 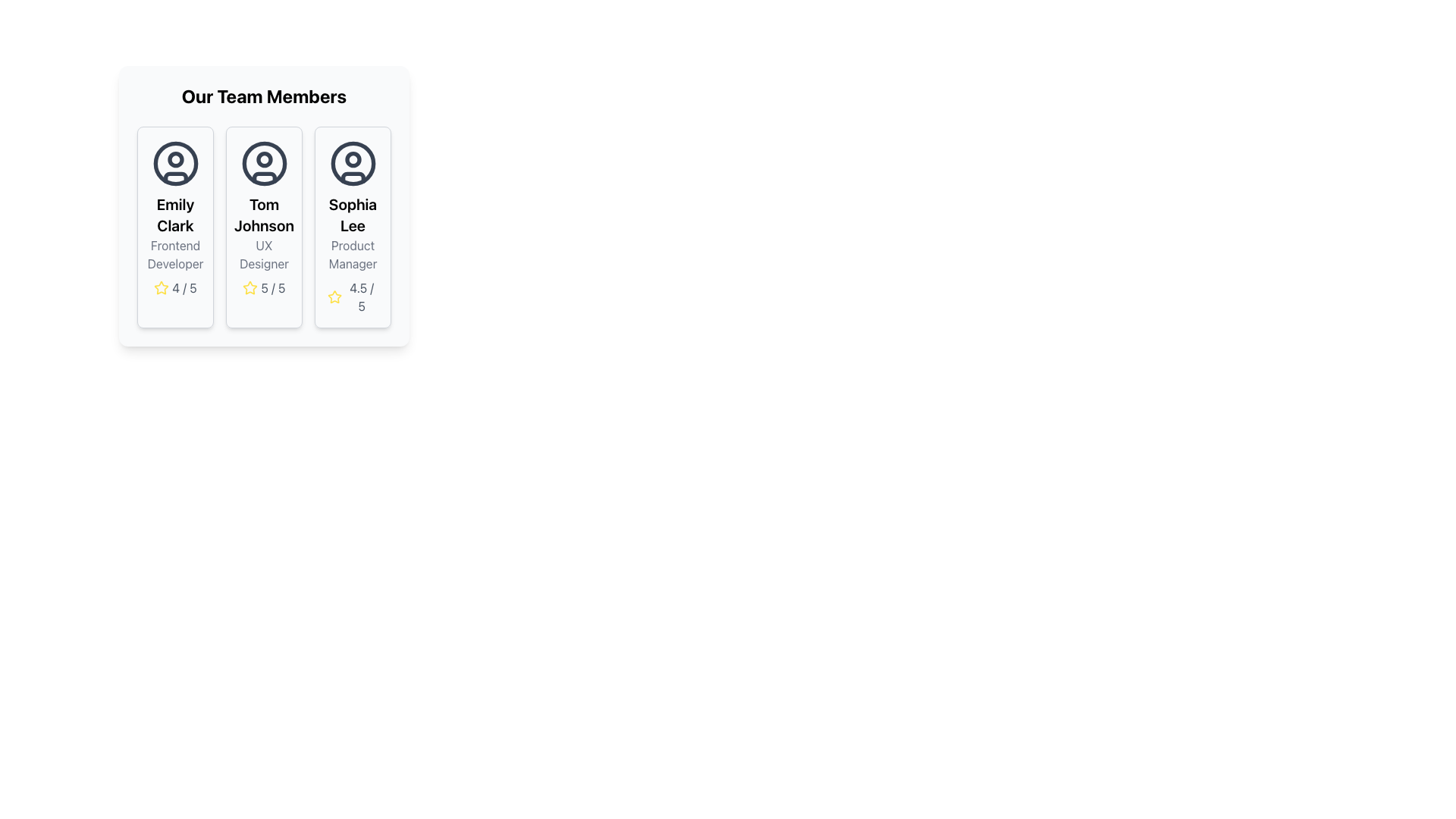 I want to click on the decorative circular shape within the user profile icon of Emily Clark's profile card, which is centrally located at the top of the card, so click(x=175, y=164).